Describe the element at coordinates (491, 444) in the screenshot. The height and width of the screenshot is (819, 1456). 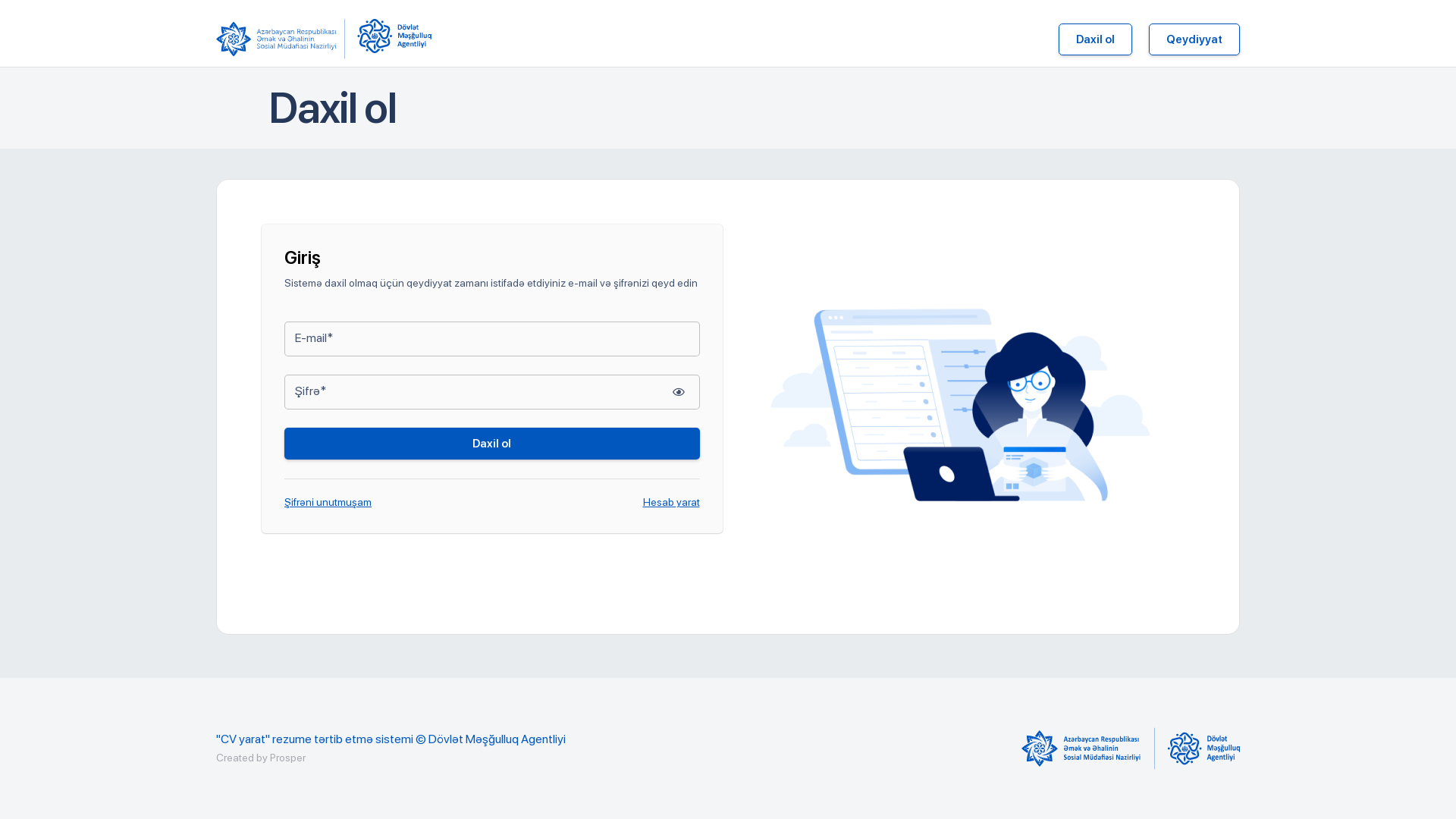
I see `'Daxil ol'` at that location.